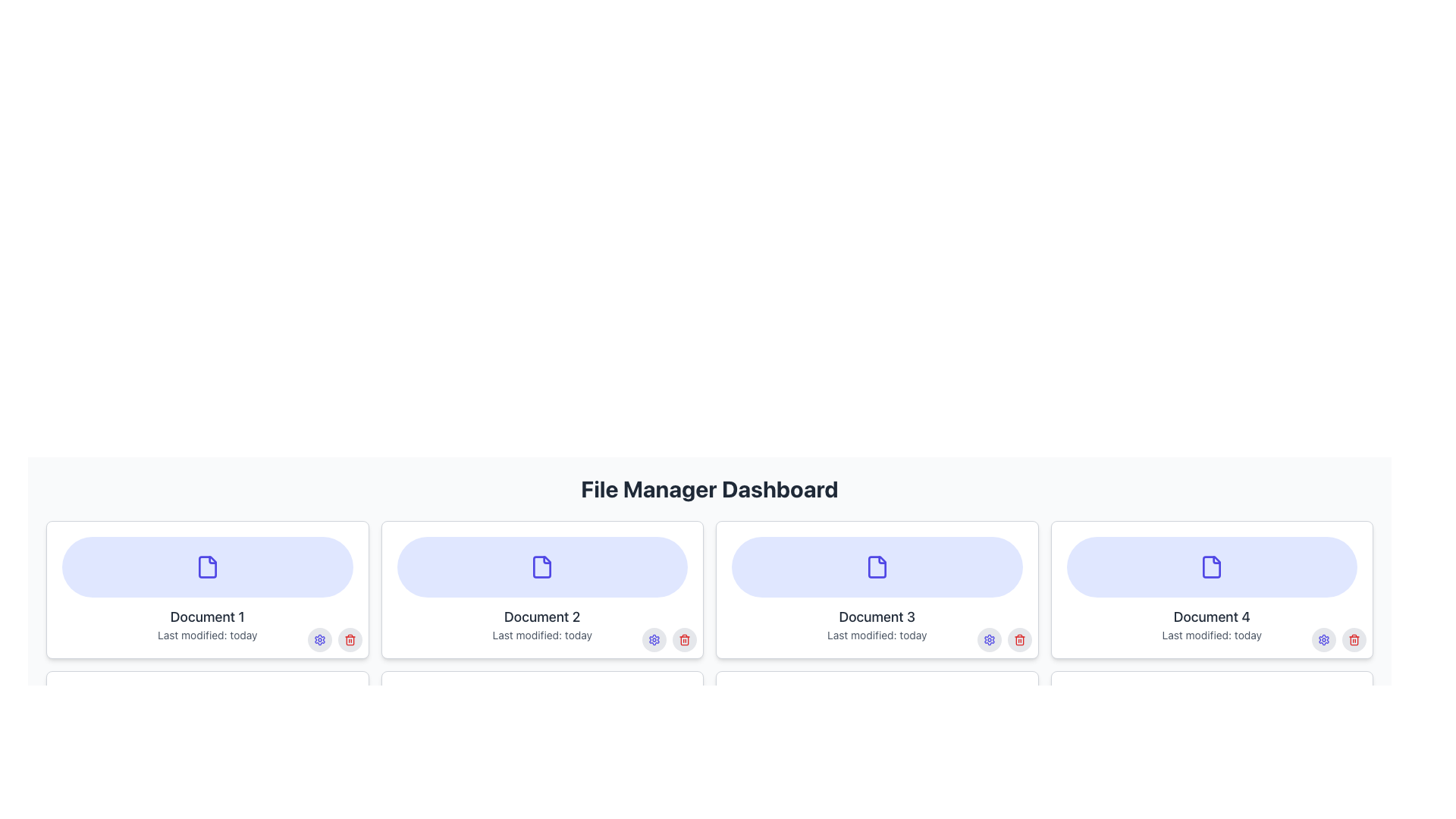  I want to click on the circular button with a light gray background and a red trashcan icon located at the bottom-right corner of the card, so click(349, 789).